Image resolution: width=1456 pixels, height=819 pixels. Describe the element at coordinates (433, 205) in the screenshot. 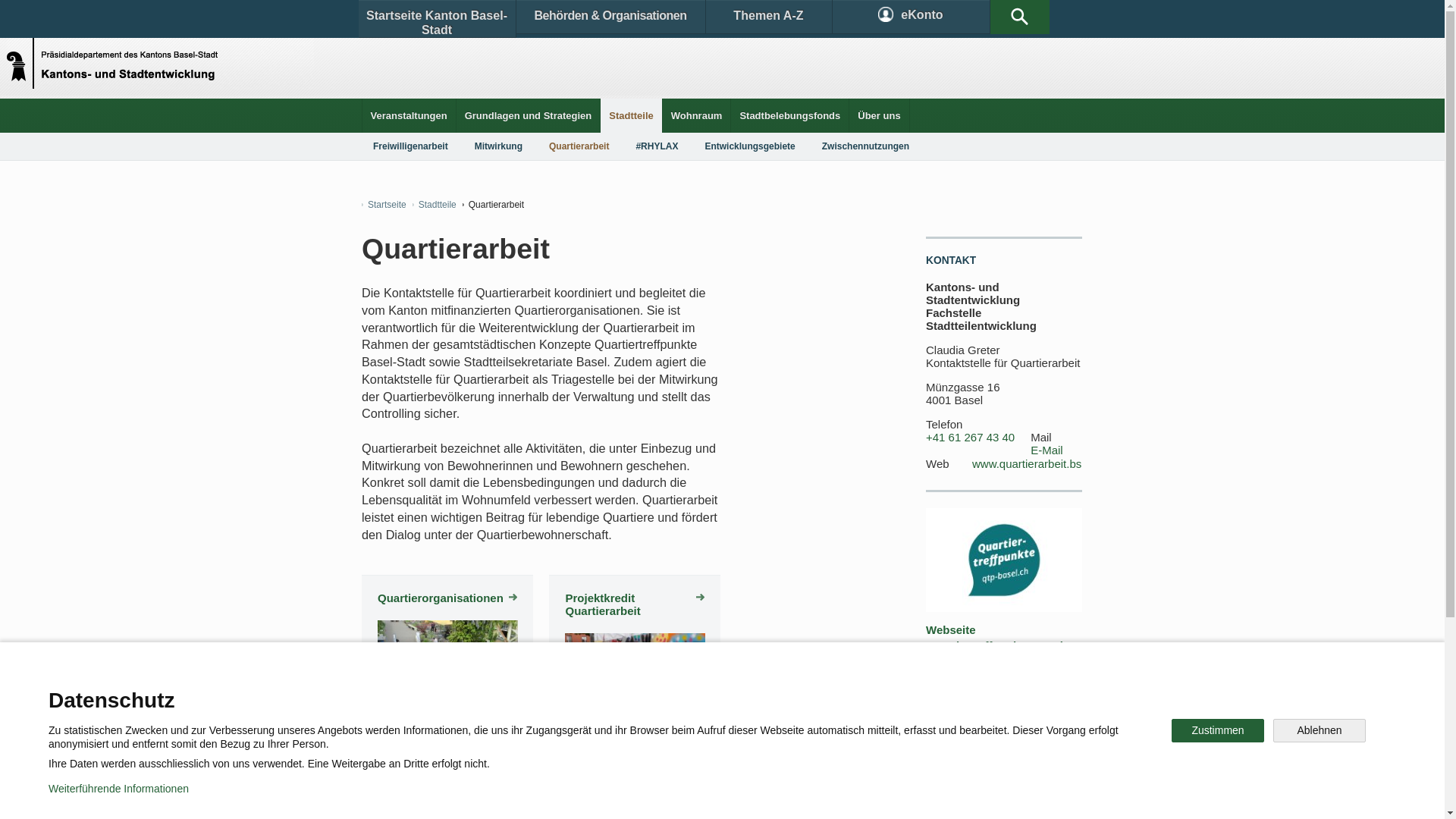

I see `'Stadtteile'` at that location.